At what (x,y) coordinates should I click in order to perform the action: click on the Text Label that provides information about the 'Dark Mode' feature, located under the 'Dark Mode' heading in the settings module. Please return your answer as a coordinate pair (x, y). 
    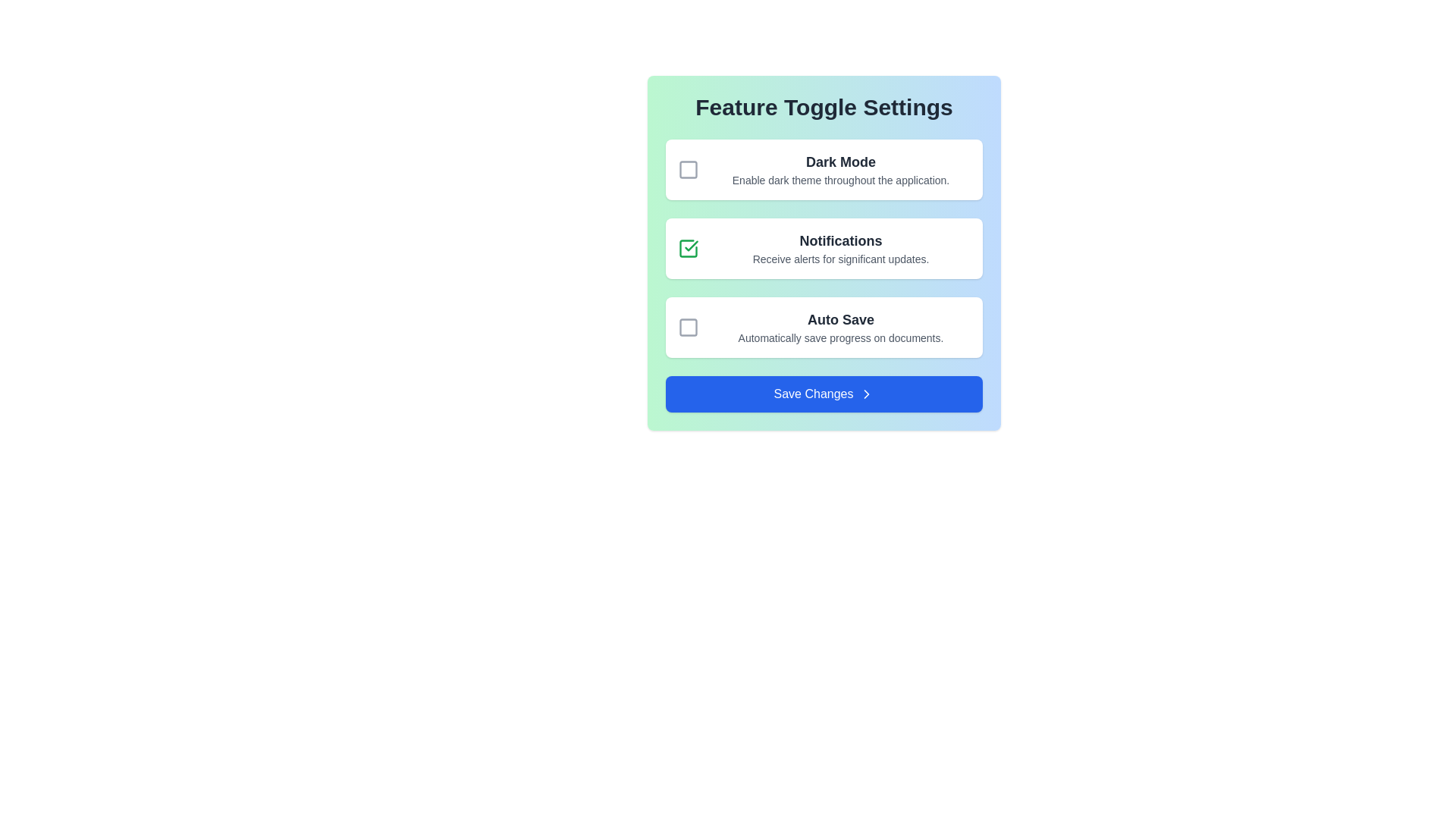
    Looking at the image, I should click on (839, 180).